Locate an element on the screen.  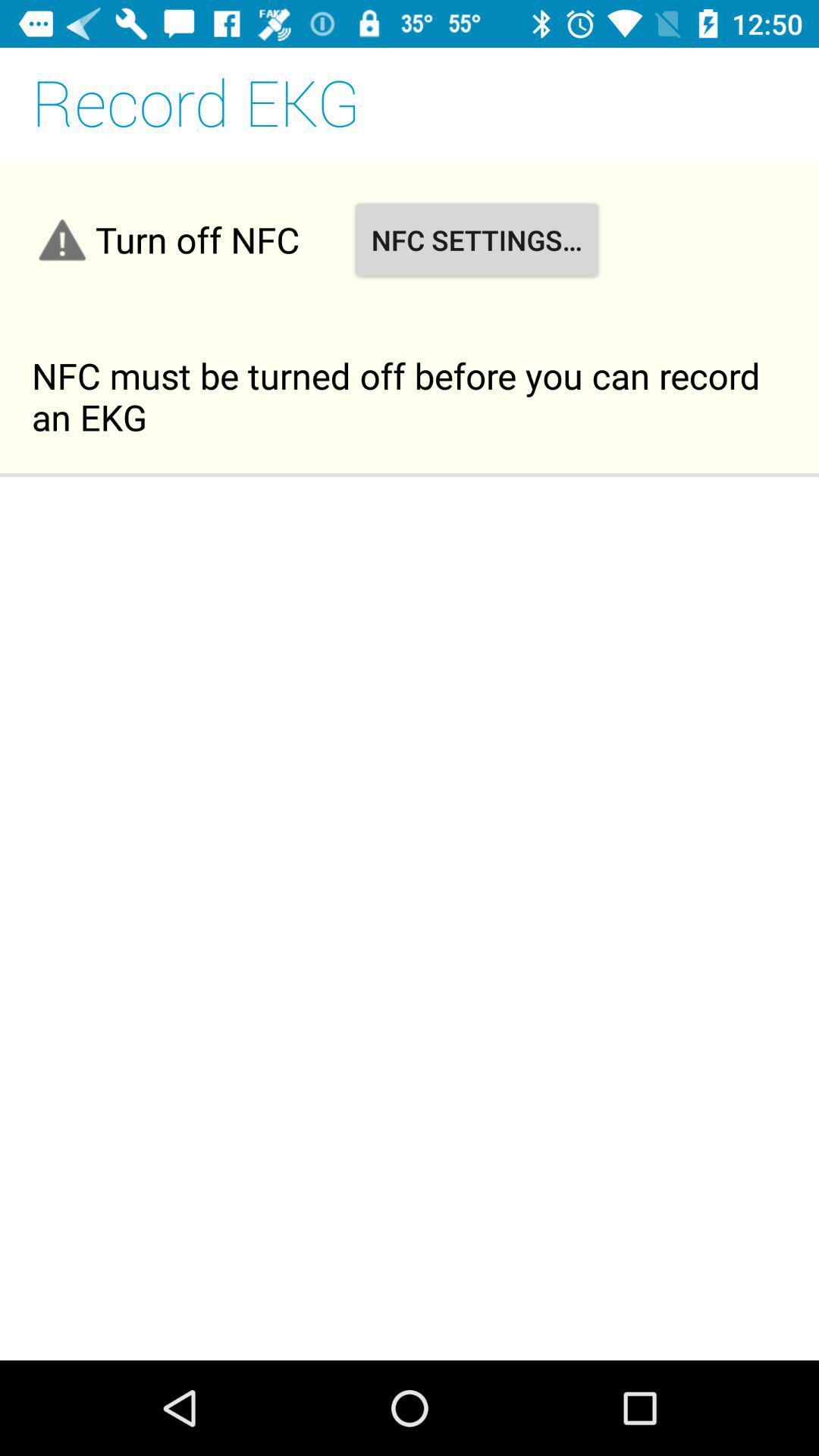
item above the nfc must be icon is located at coordinates (475, 239).